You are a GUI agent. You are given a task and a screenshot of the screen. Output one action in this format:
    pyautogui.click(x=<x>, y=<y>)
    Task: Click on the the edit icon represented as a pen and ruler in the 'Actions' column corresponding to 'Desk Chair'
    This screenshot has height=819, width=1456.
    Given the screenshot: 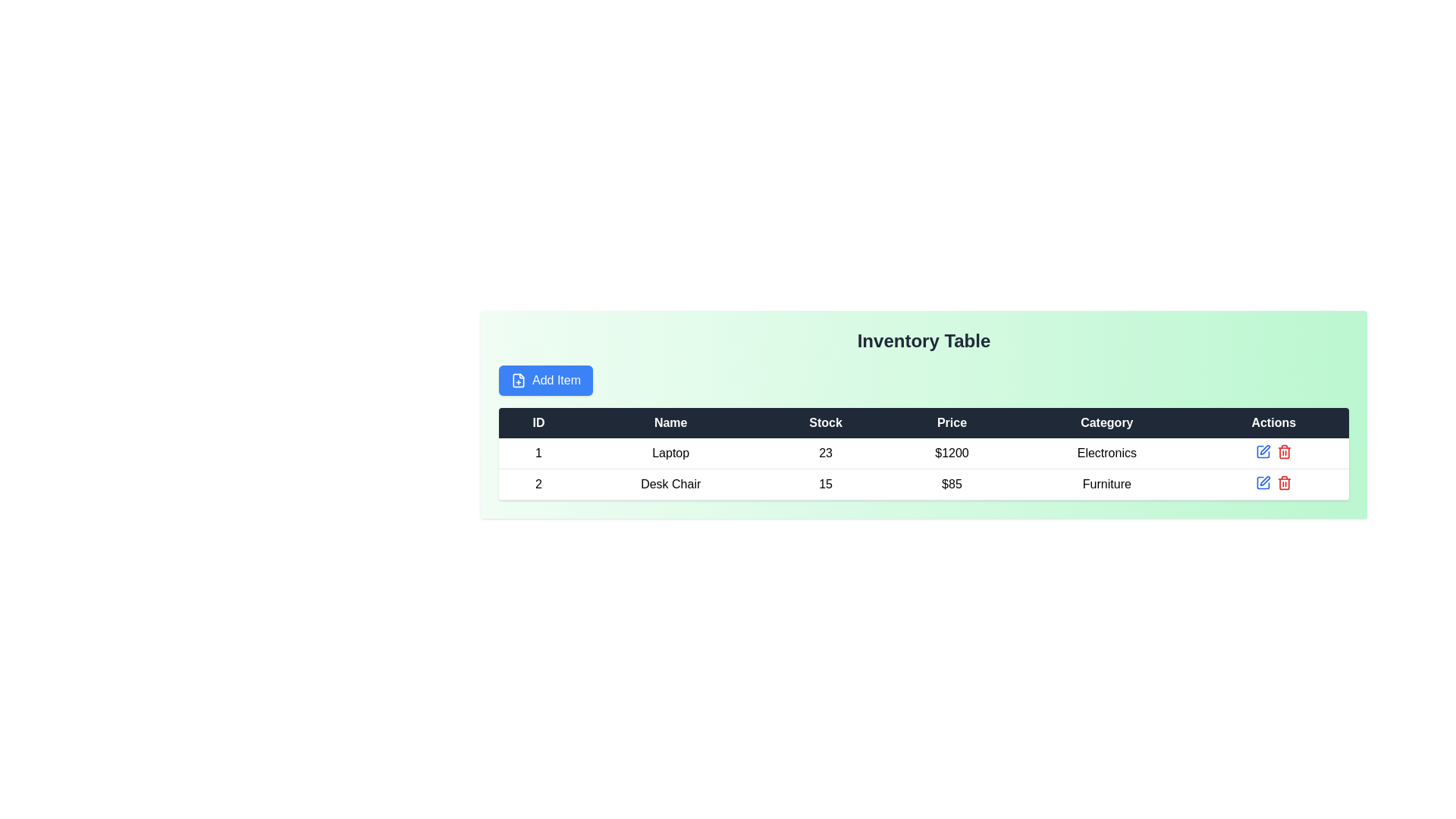 What is the action you would take?
    pyautogui.click(x=1265, y=481)
    